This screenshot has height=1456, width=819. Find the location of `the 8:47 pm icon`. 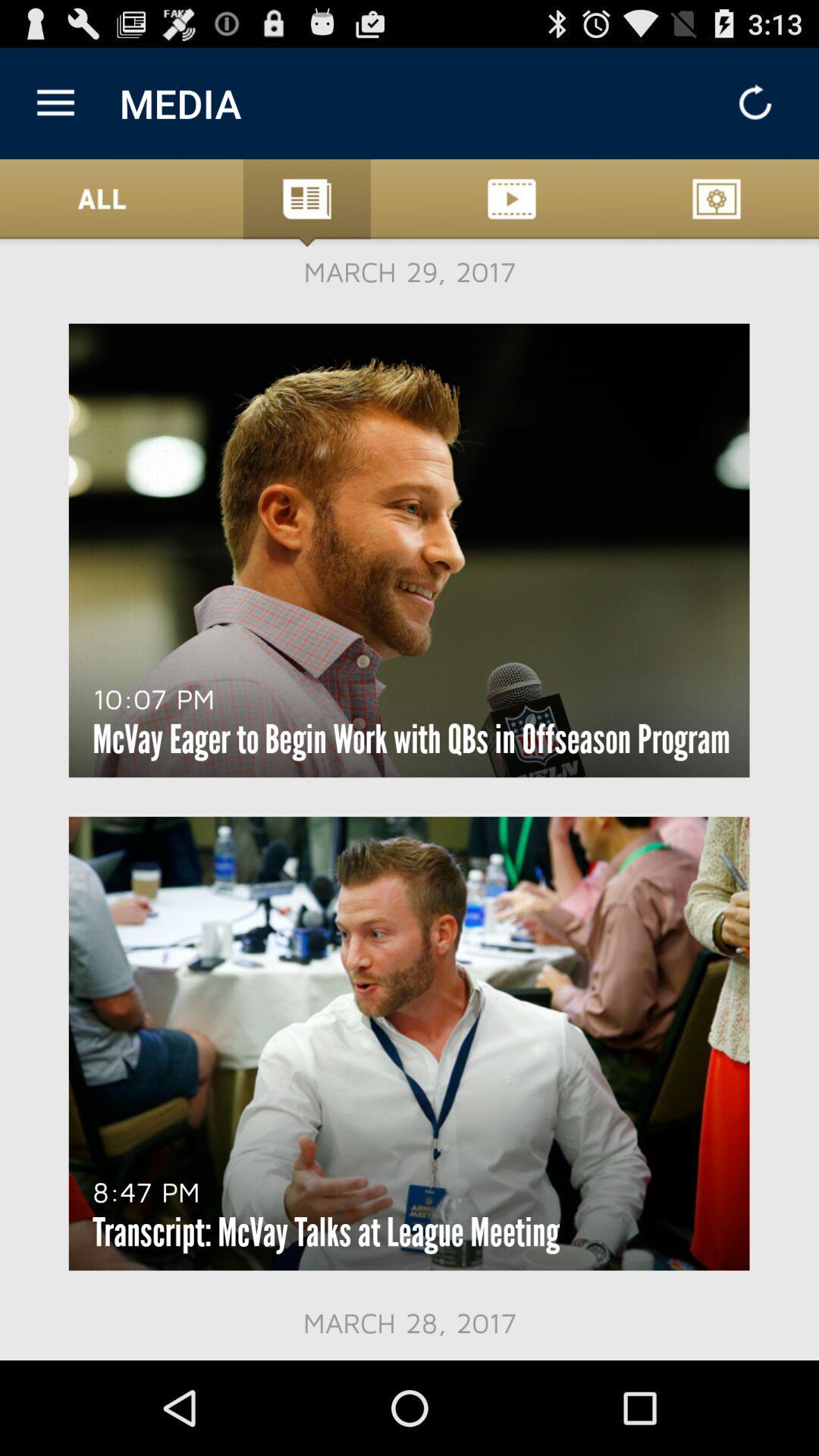

the 8:47 pm icon is located at coordinates (146, 1191).